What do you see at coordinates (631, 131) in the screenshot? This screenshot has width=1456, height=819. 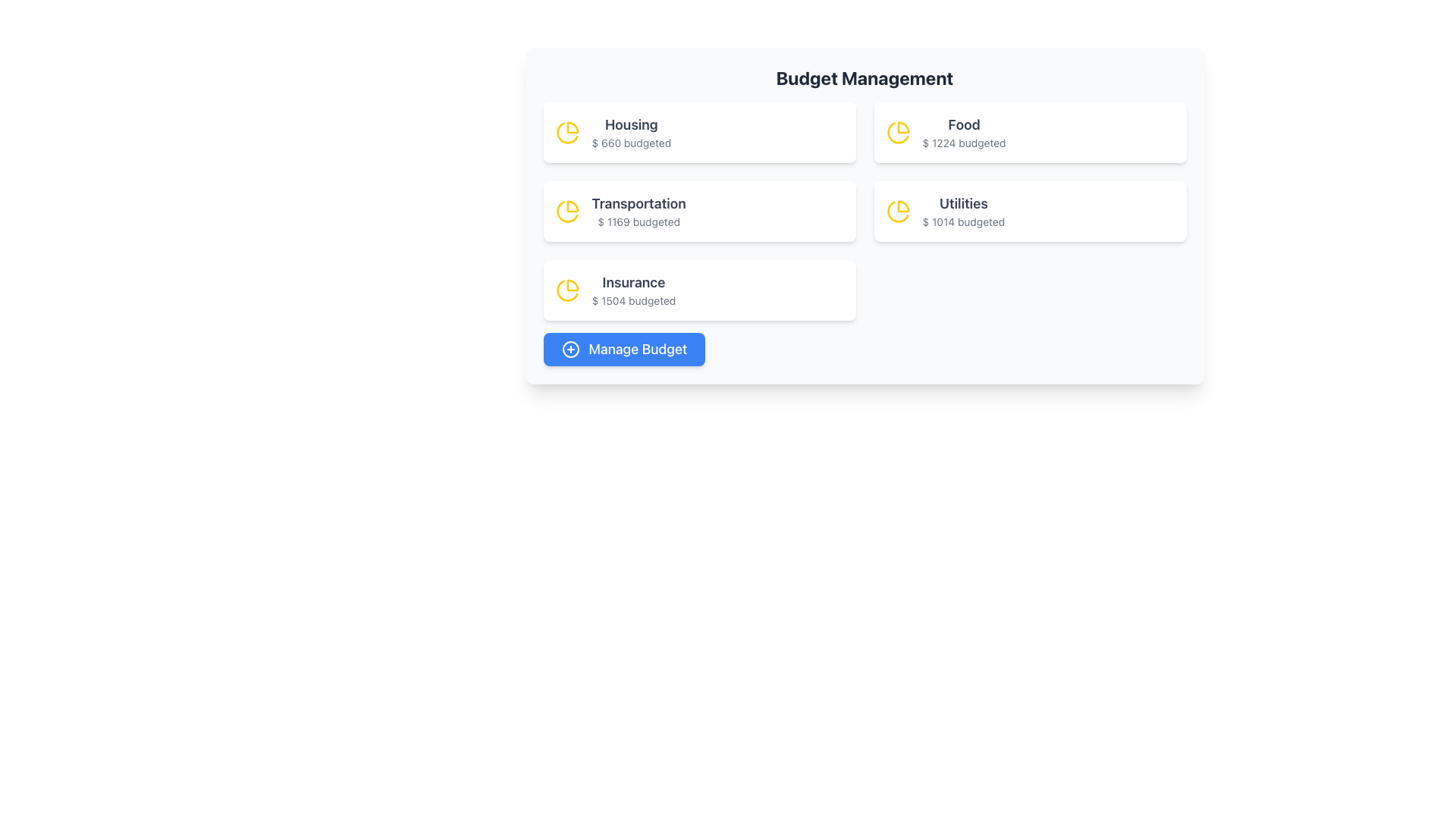 I see `the 'Housing' budget category label that displays the budgeted amount of '$660' within the first card of the budget management grid` at bounding box center [631, 131].